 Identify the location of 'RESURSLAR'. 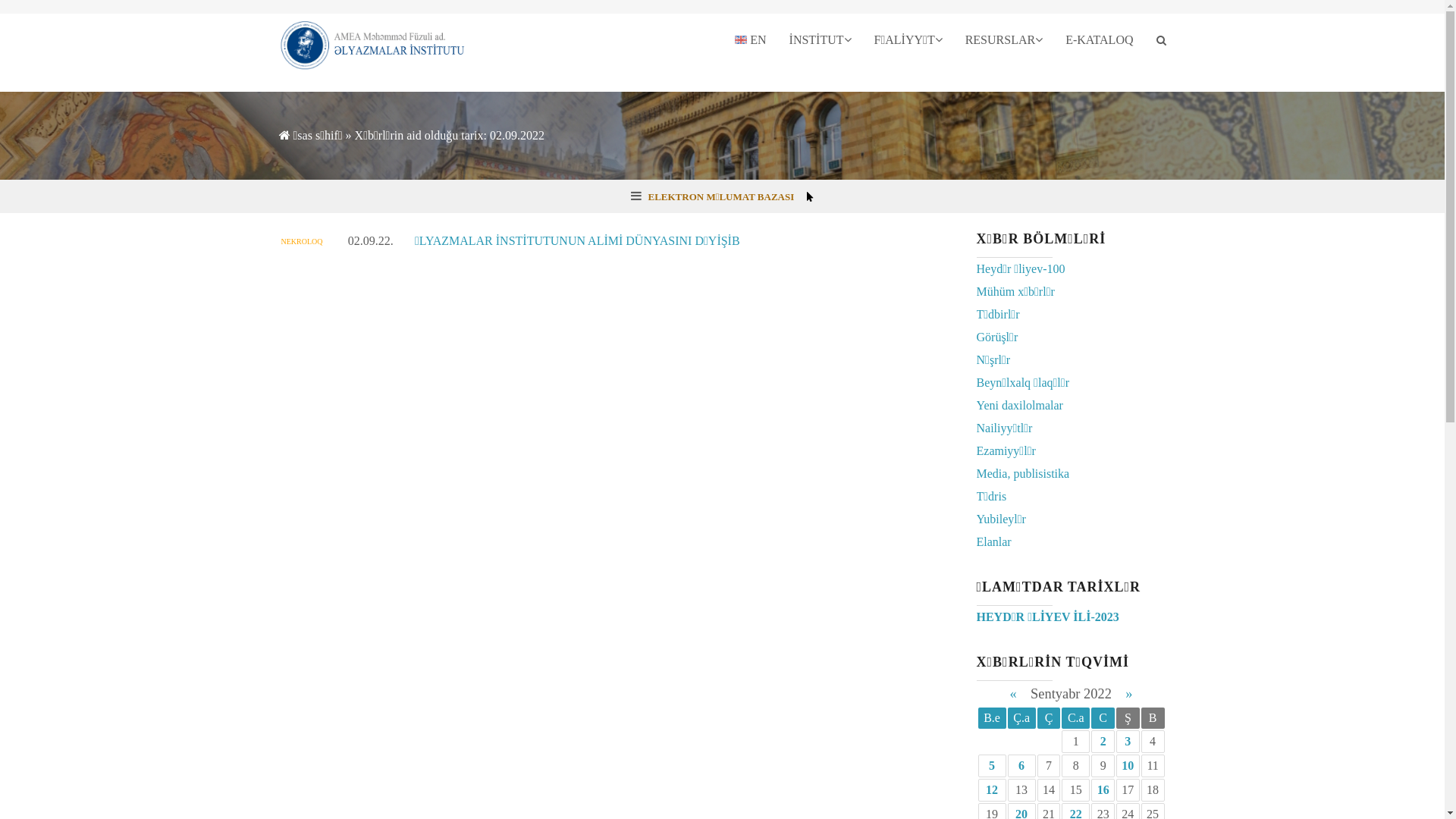
(952, 39).